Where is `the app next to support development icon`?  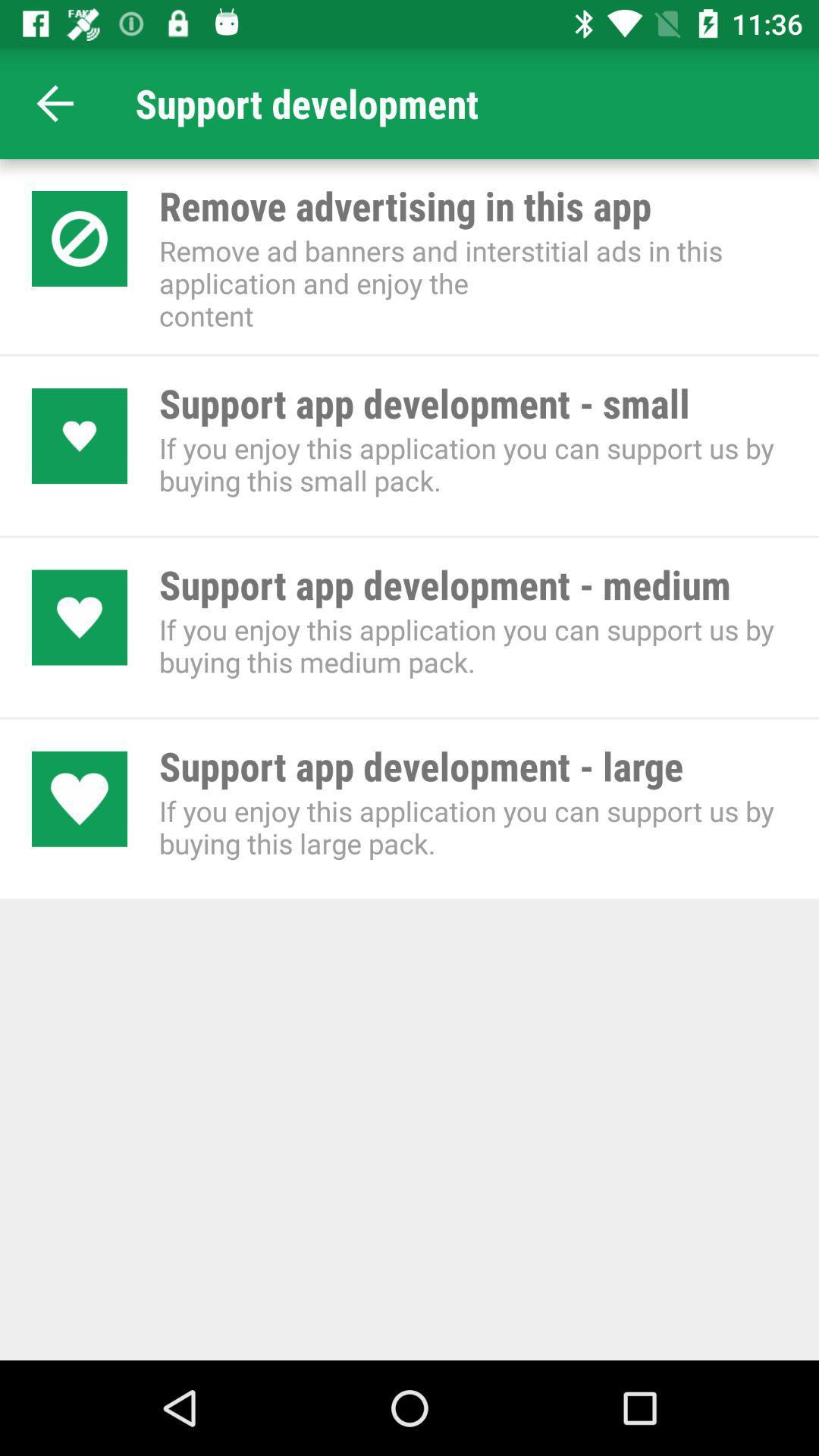 the app next to support development icon is located at coordinates (55, 102).